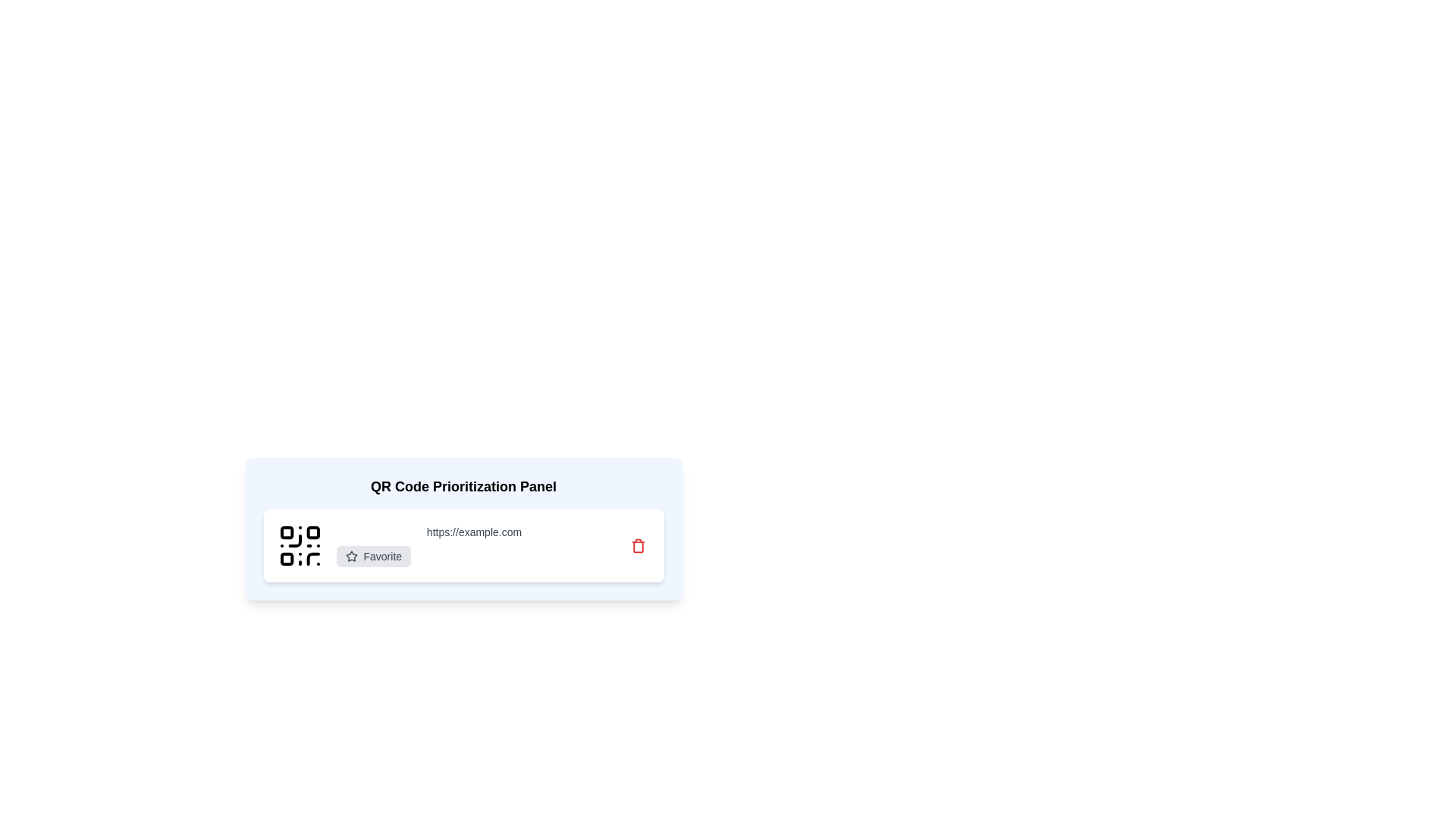 Image resolution: width=1456 pixels, height=819 pixels. What do you see at coordinates (312, 532) in the screenshot?
I see `the second square in the top row of the QR code layout within the 'QR Code Prioritization Panel.'` at bounding box center [312, 532].